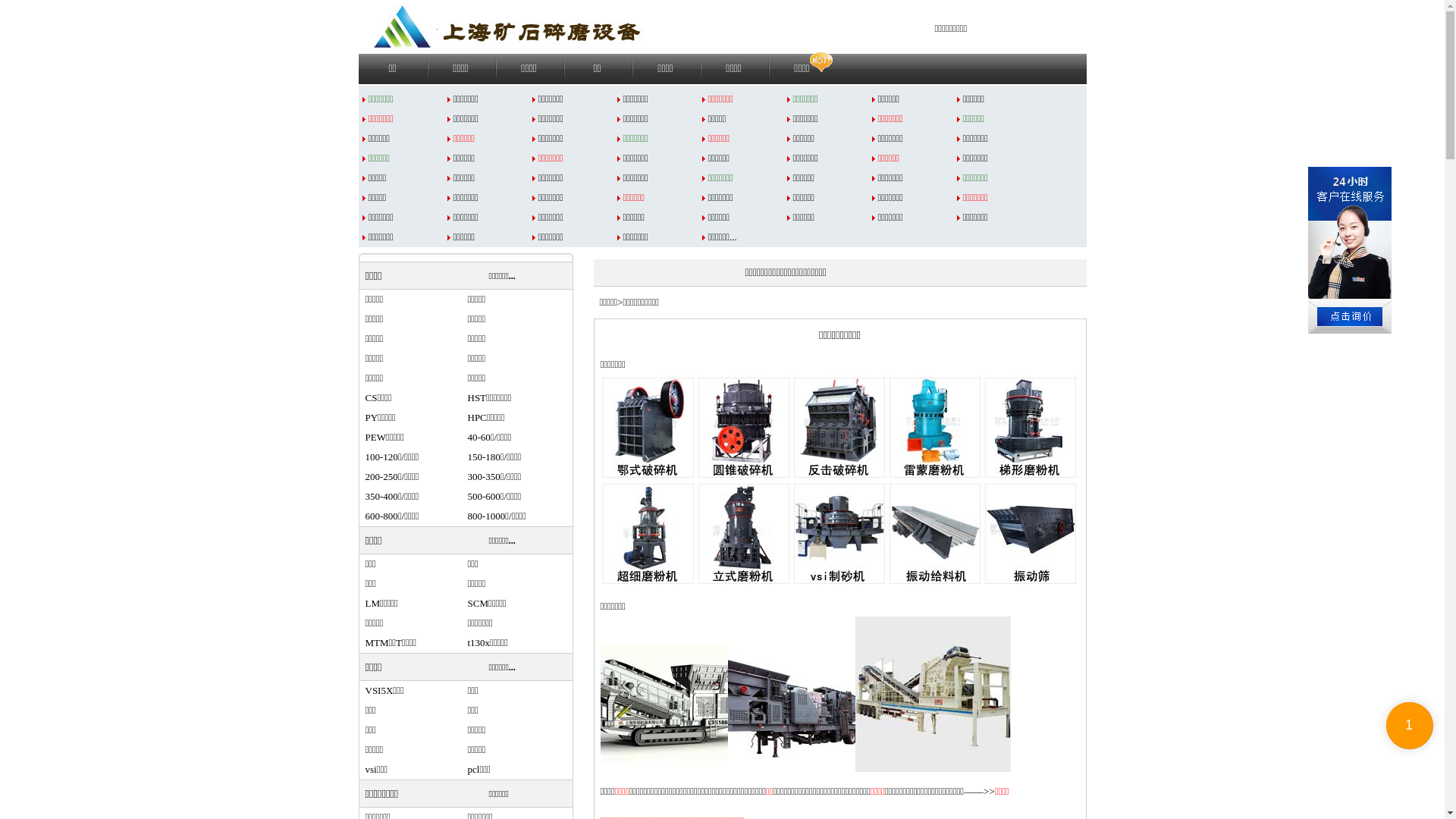 Image resolution: width=1456 pixels, height=819 pixels. I want to click on '1', so click(1408, 724).